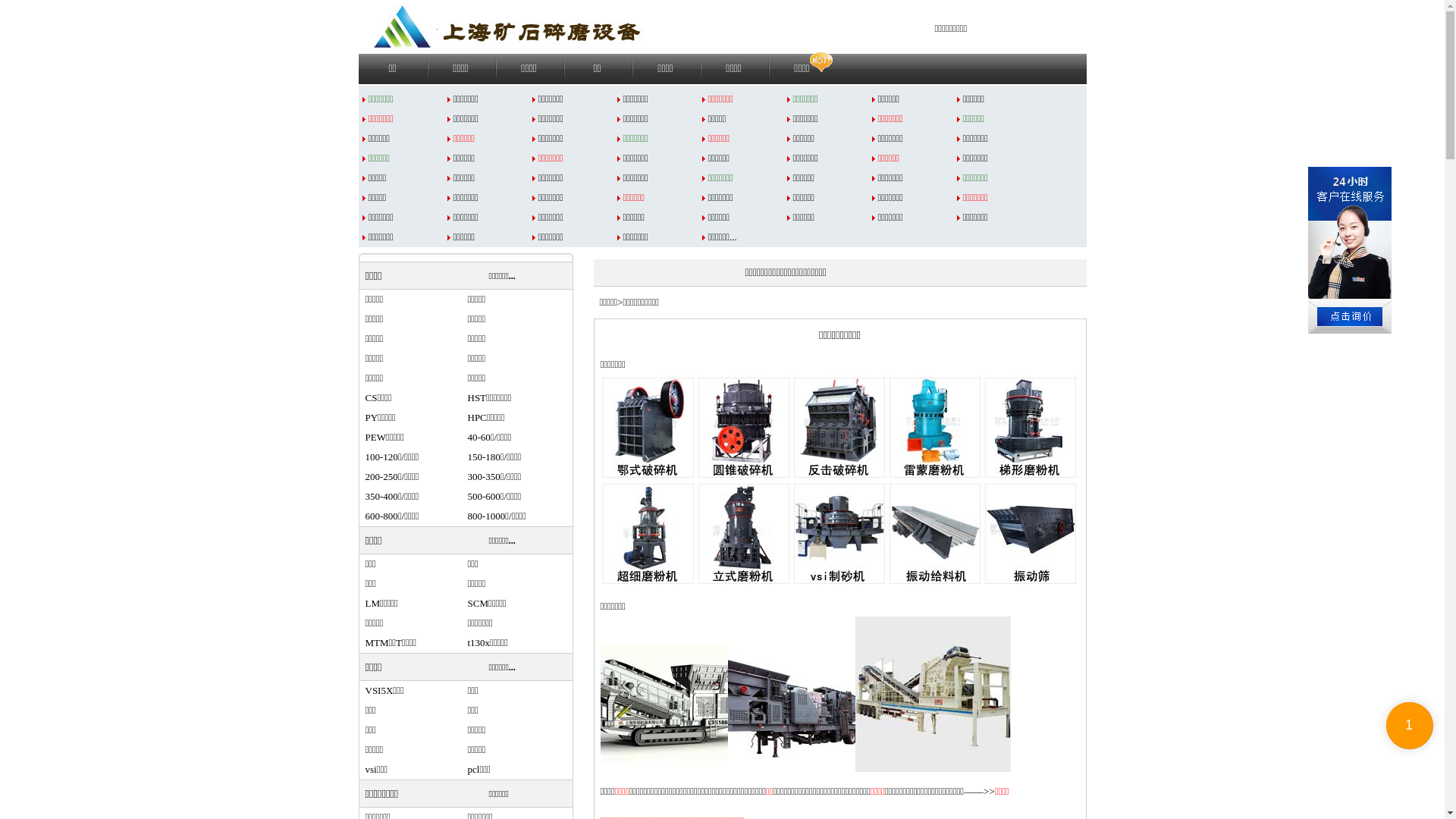 Image resolution: width=1456 pixels, height=819 pixels. I want to click on '1', so click(1408, 724).